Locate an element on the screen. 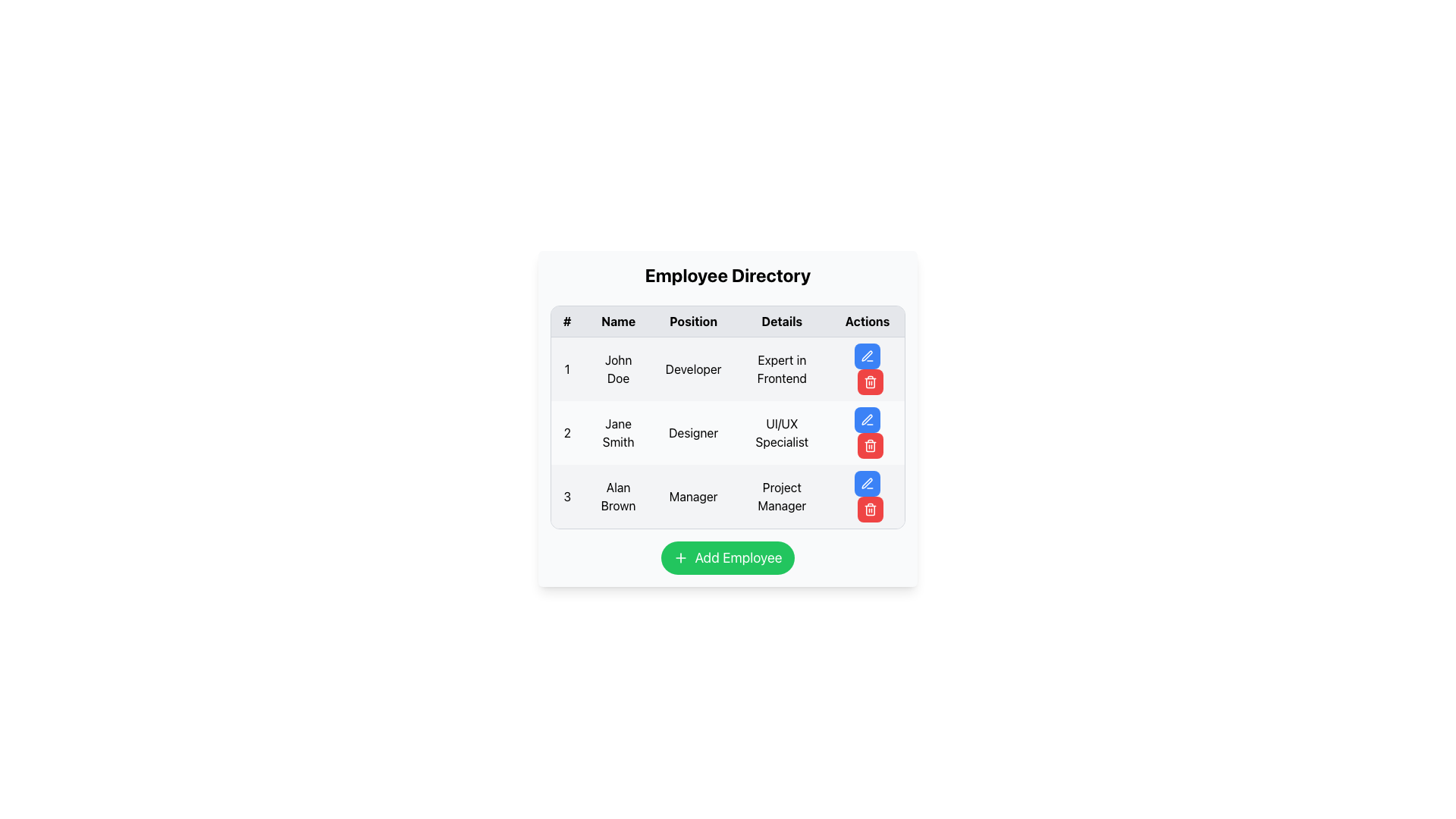  the '+' icon in the 'Add Employee' button located at the bottom center of the interface is located at coordinates (680, 558).